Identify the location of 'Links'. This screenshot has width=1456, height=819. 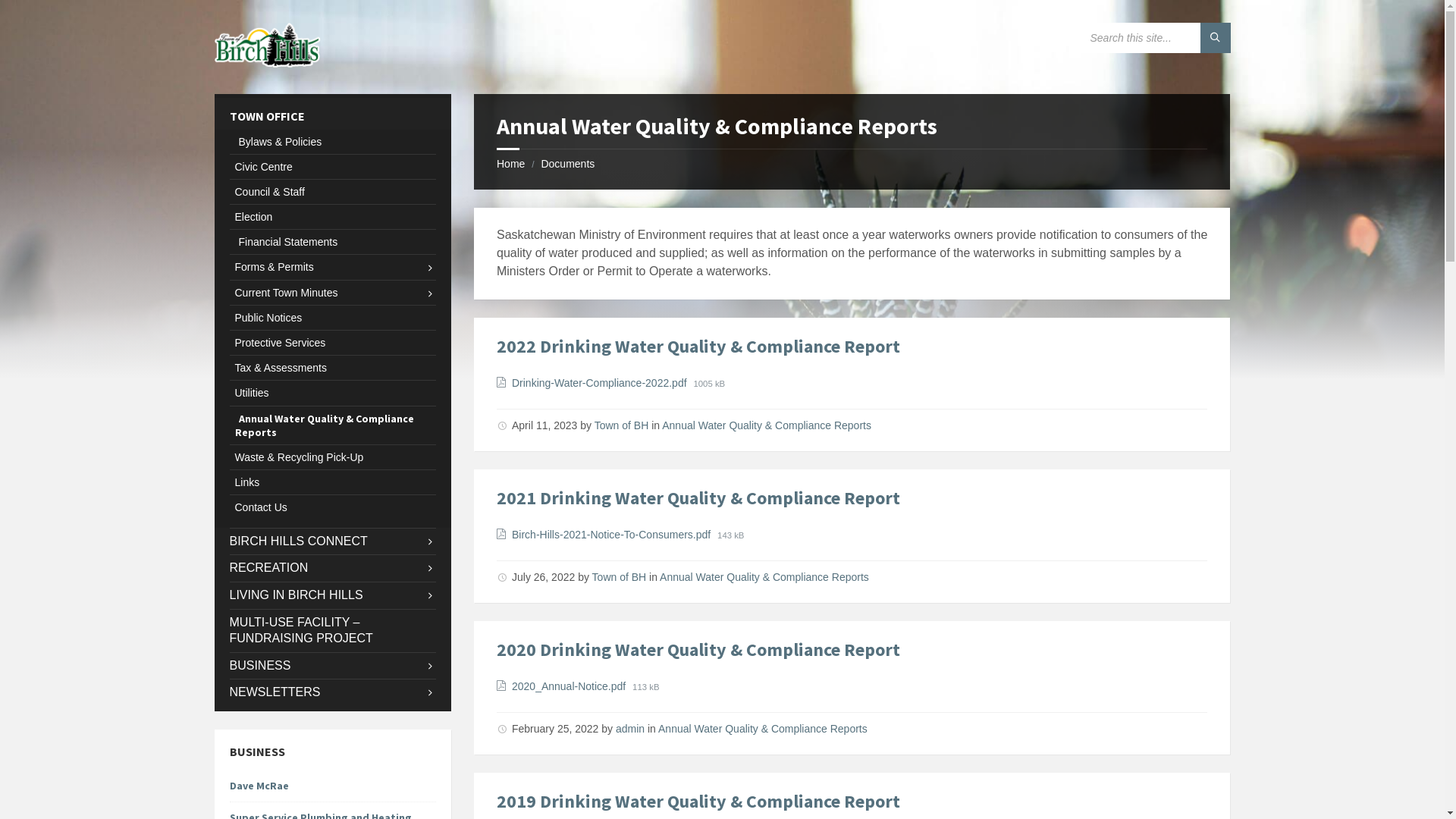
(331, 482).